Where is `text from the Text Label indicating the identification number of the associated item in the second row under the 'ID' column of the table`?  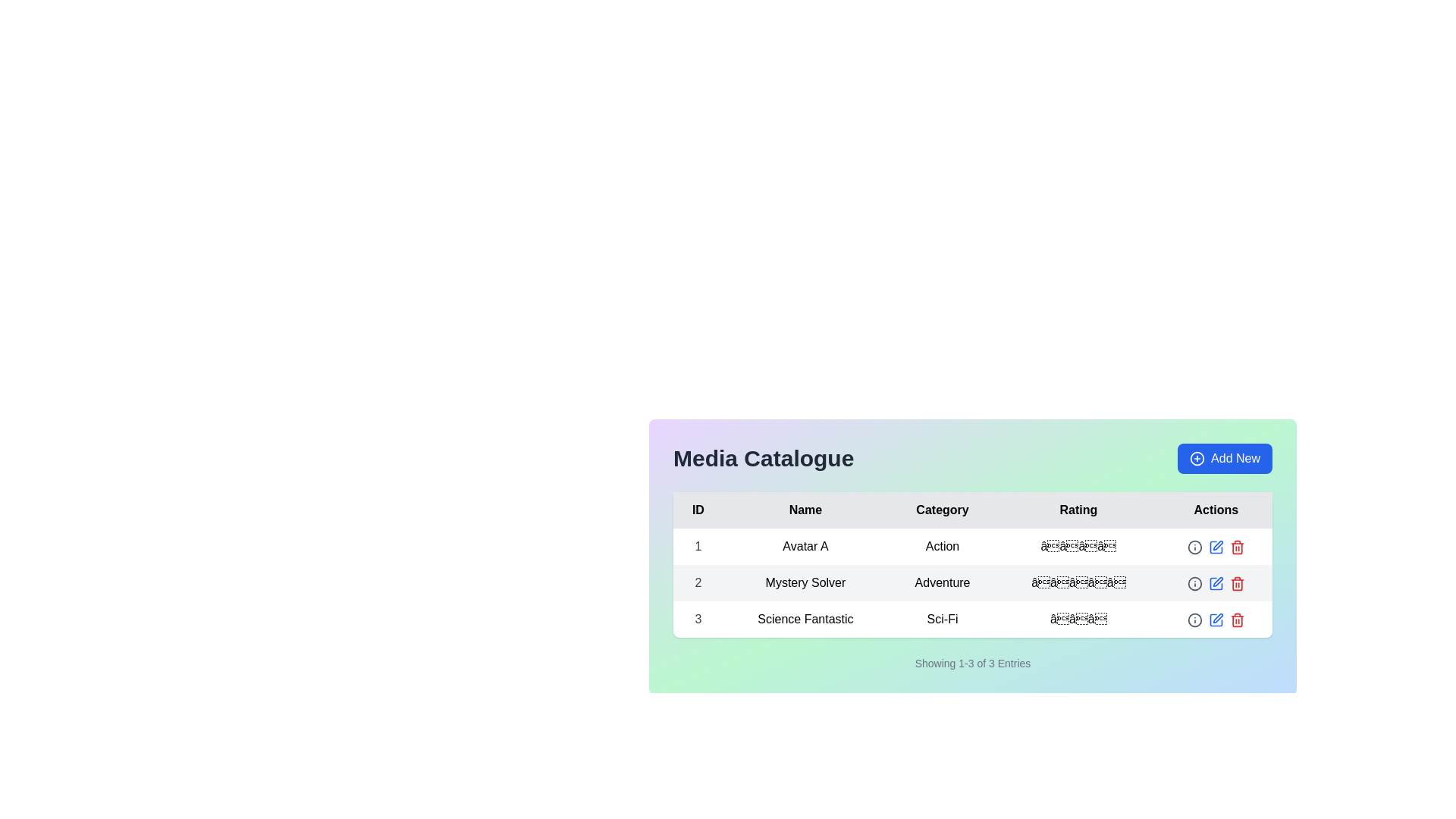 text from the Text Label indicating the identification number of the associated item in the second row under the 'ID' column of the table is located at coordinates (698, 582).